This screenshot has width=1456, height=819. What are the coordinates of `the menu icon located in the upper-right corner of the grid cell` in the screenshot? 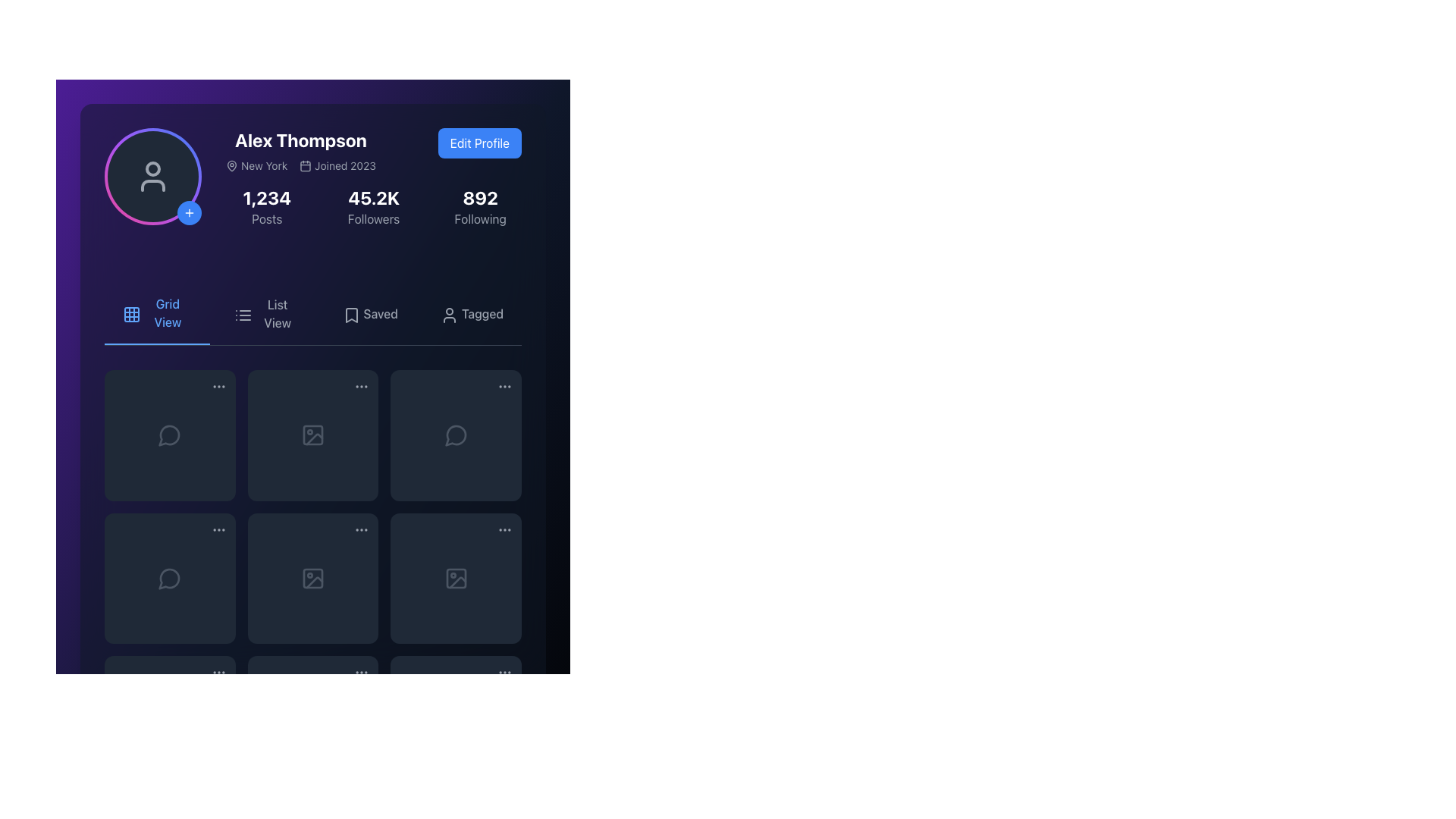 It's located at (361, 385).